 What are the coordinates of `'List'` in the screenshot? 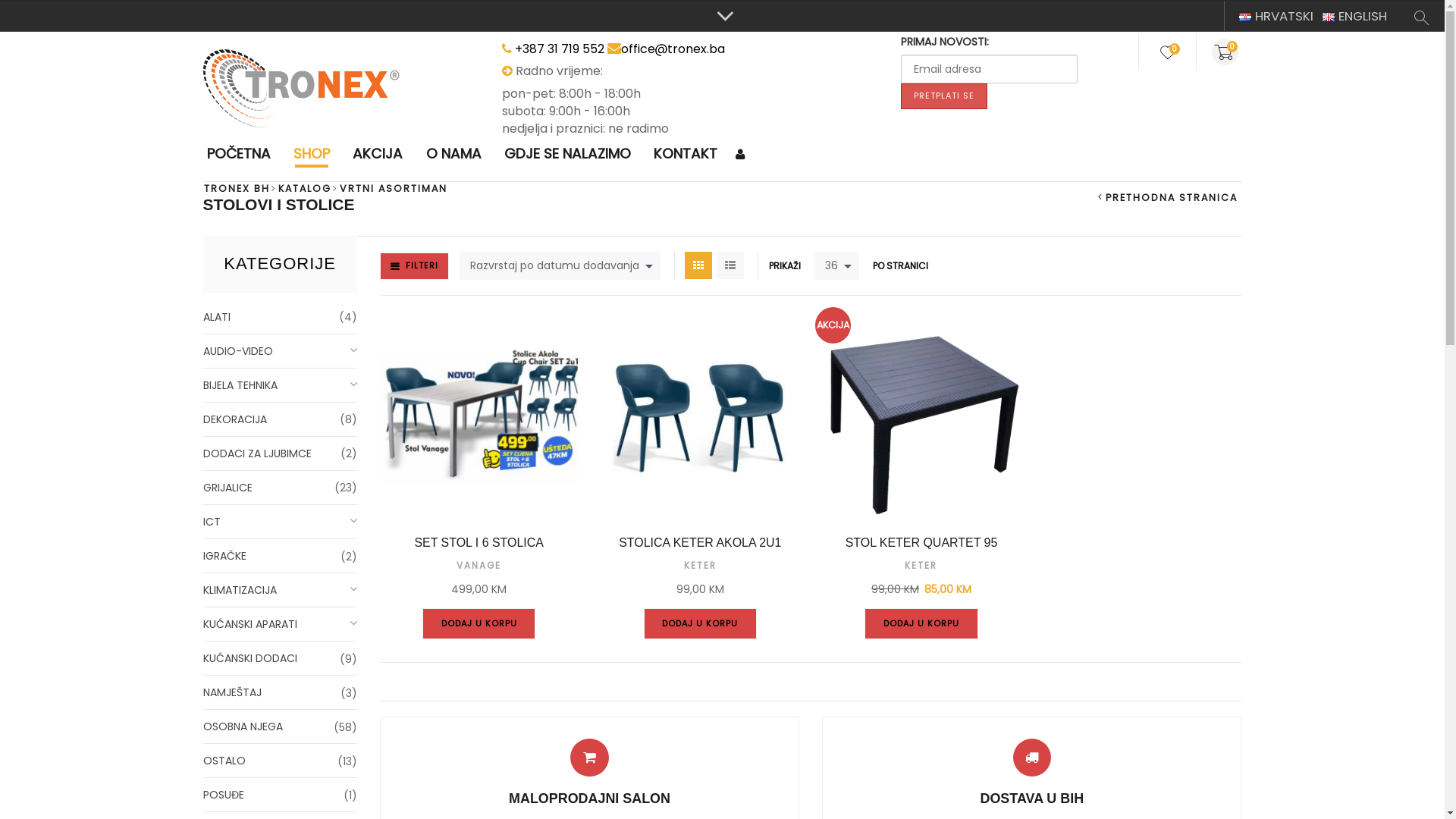 It's located at (730, 265).